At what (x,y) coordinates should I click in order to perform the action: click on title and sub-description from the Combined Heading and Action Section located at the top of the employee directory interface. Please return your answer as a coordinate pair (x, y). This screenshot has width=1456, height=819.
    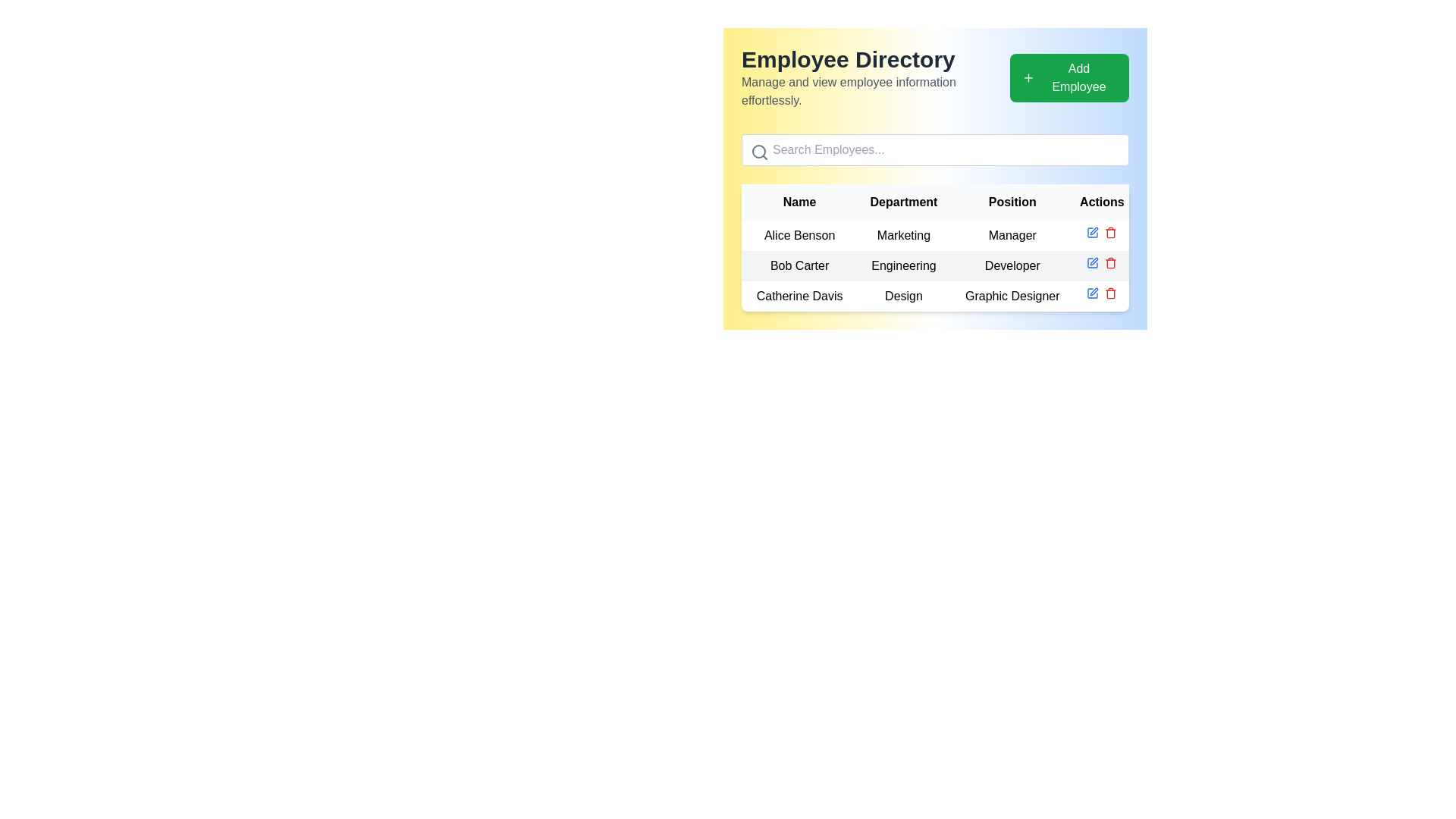
    Looking at the image, I should click on (934, 78).